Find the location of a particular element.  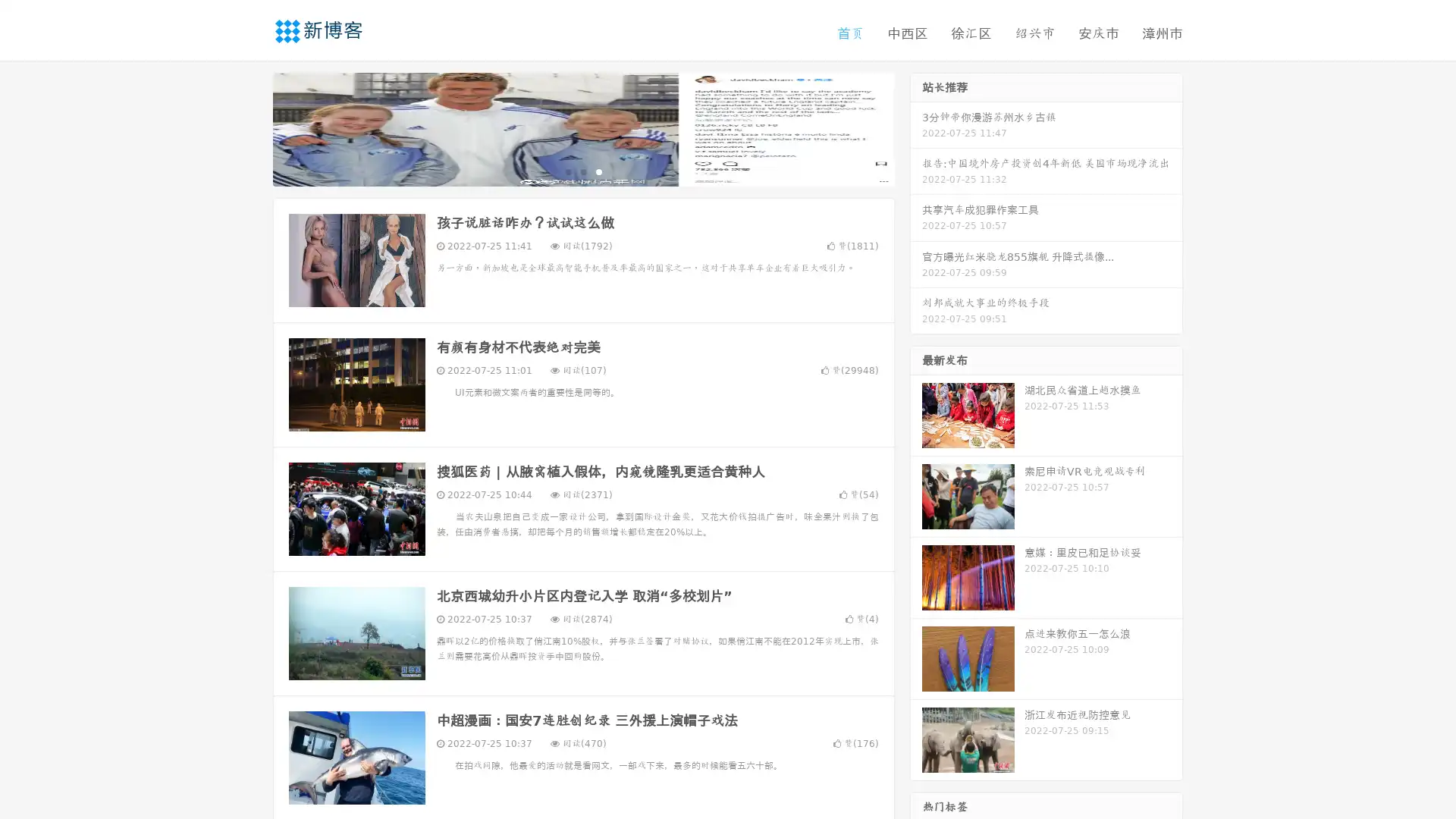

Go to slide 3 is located at coordinates (598, 171).